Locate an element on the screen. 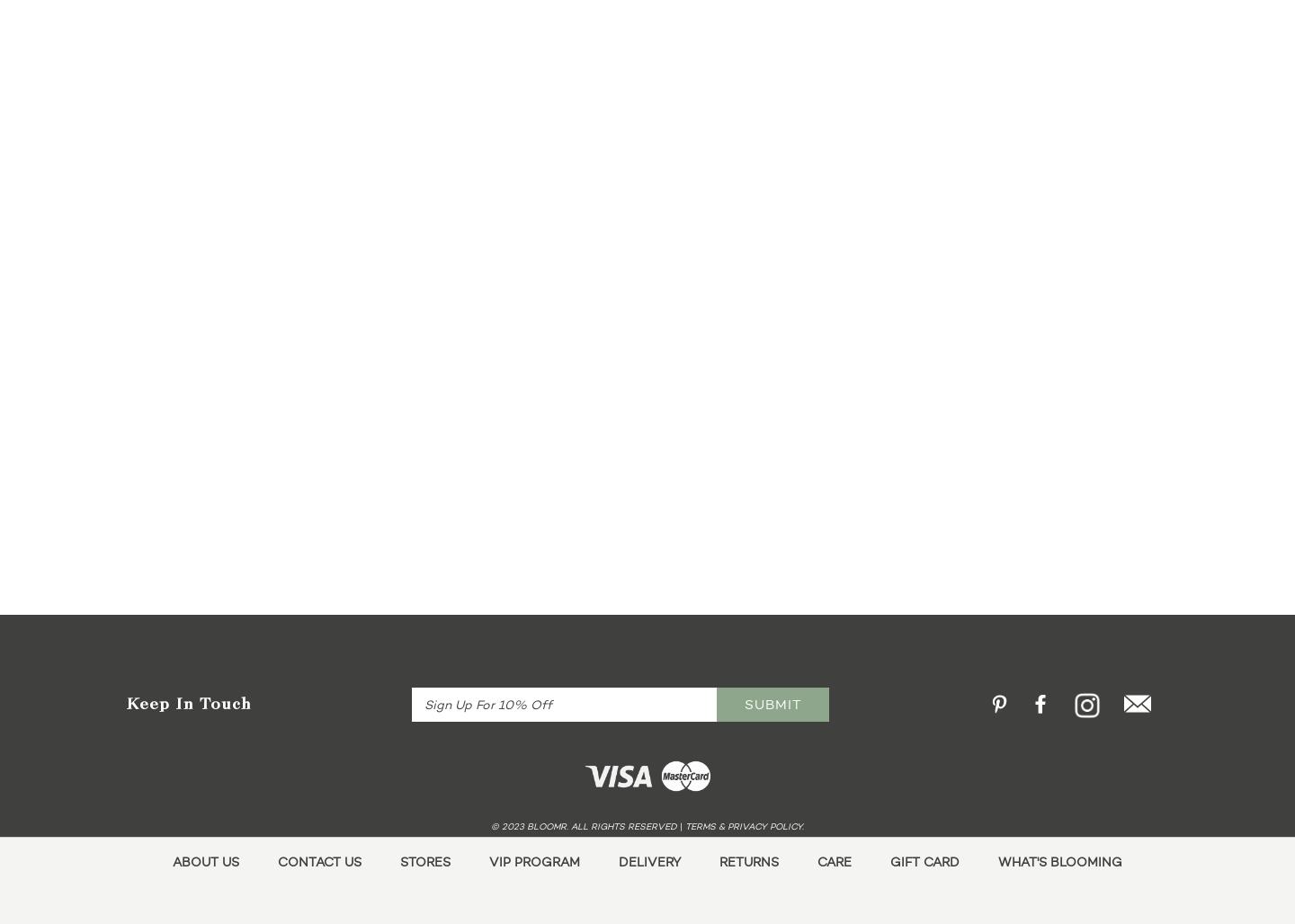 The height and width of the screenshot is (924, 1295). 'terms' is located at coordinates (701, 825).